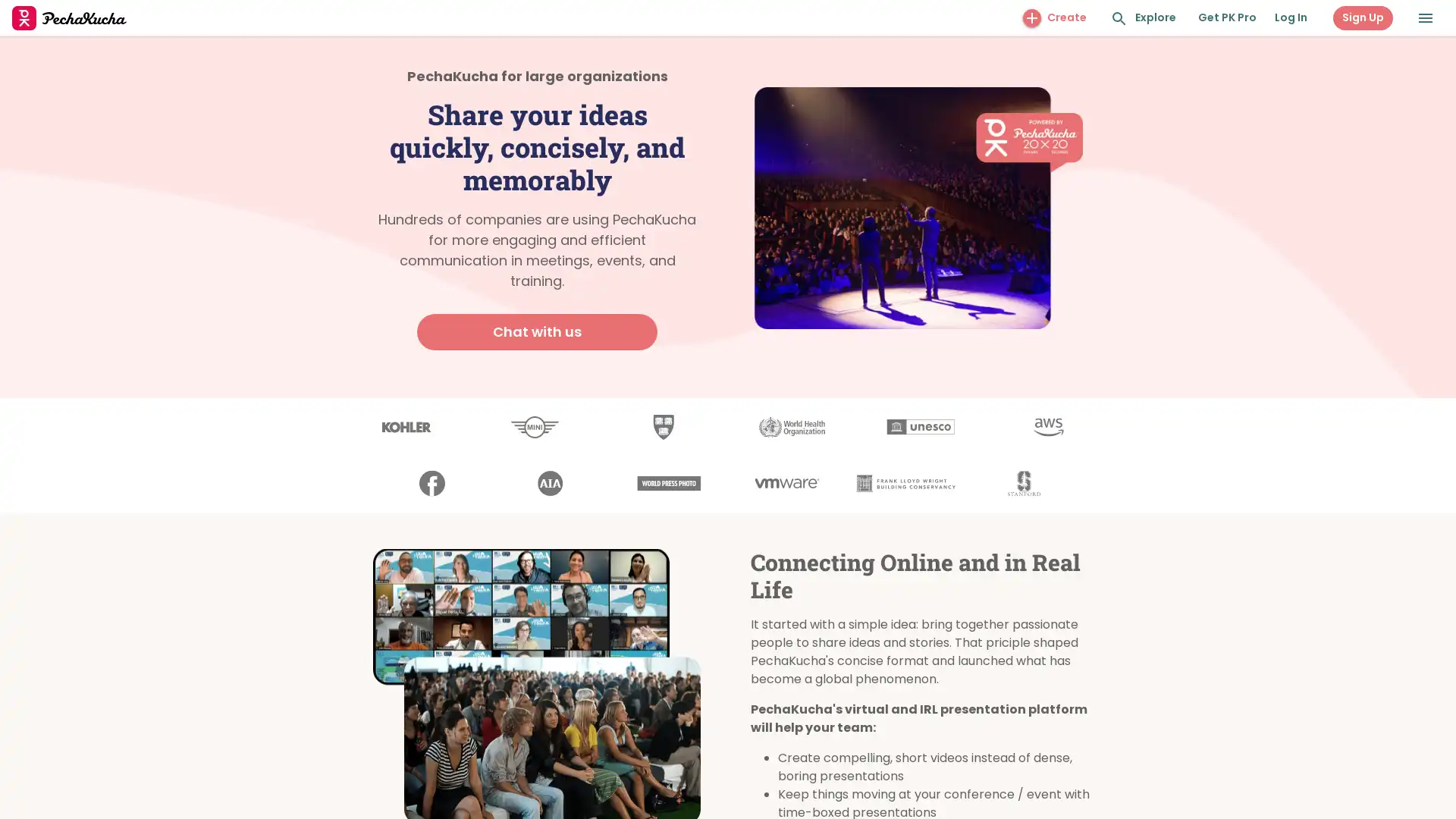 This screenshot has height=819, width=1456. Describe the element at coordinates (1363, 17) in the screenshot. I see `Sign Up` at that location.